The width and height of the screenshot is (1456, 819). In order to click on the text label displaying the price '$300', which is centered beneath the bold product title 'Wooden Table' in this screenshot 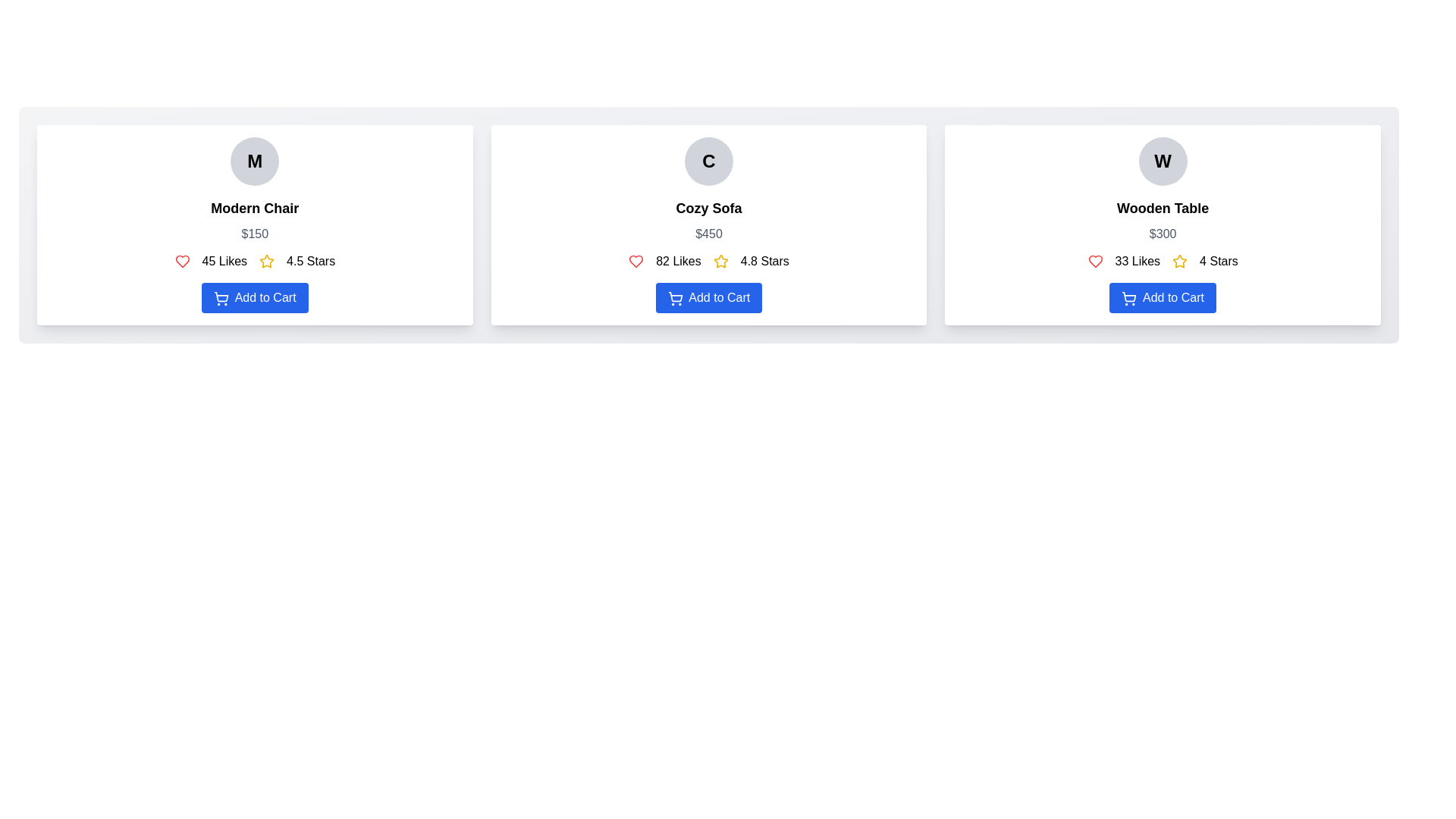, I will do `click(1162, 234)`.